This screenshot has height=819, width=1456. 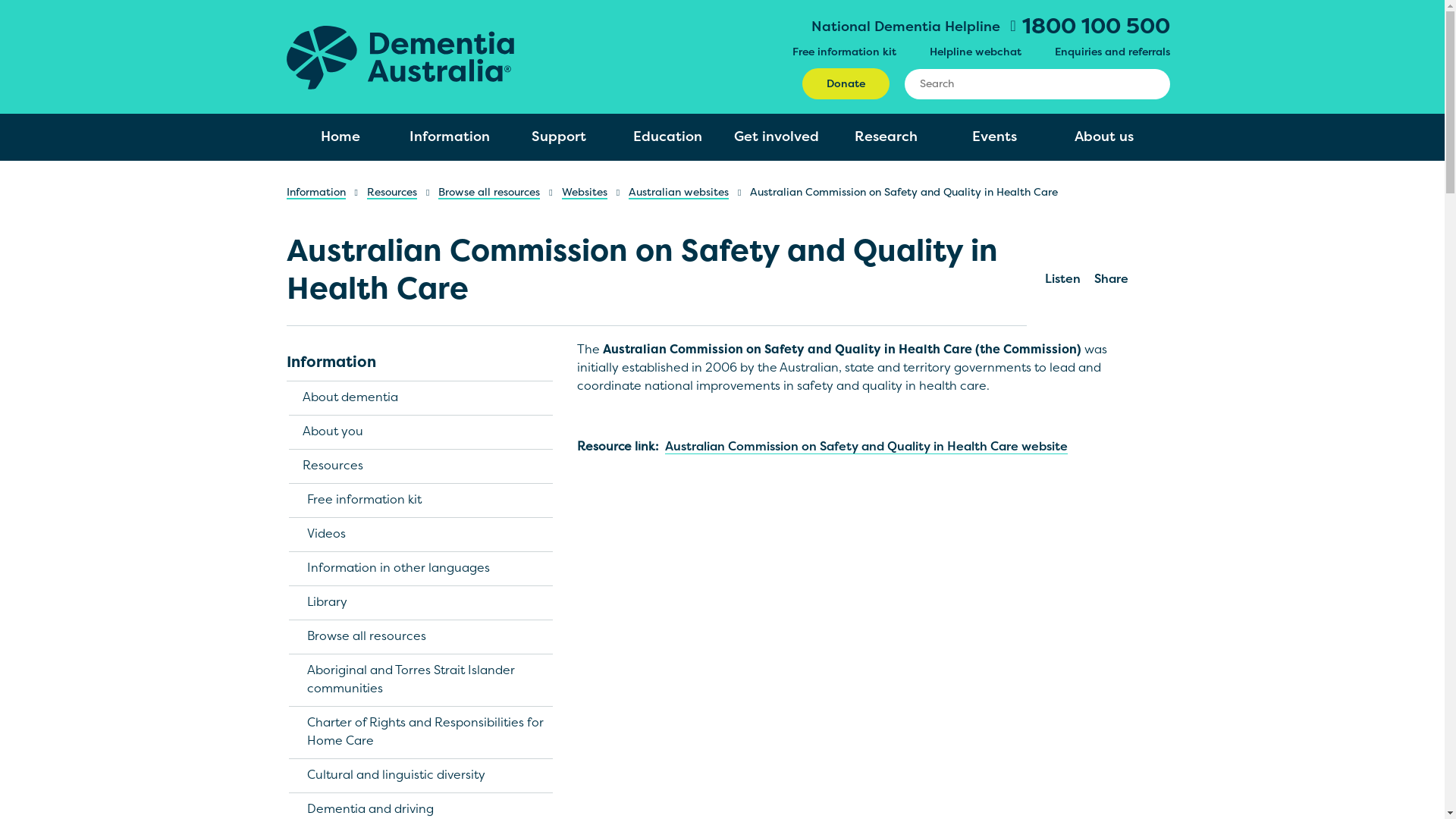 I want to click on 'Support', so click(x=504, y=137).